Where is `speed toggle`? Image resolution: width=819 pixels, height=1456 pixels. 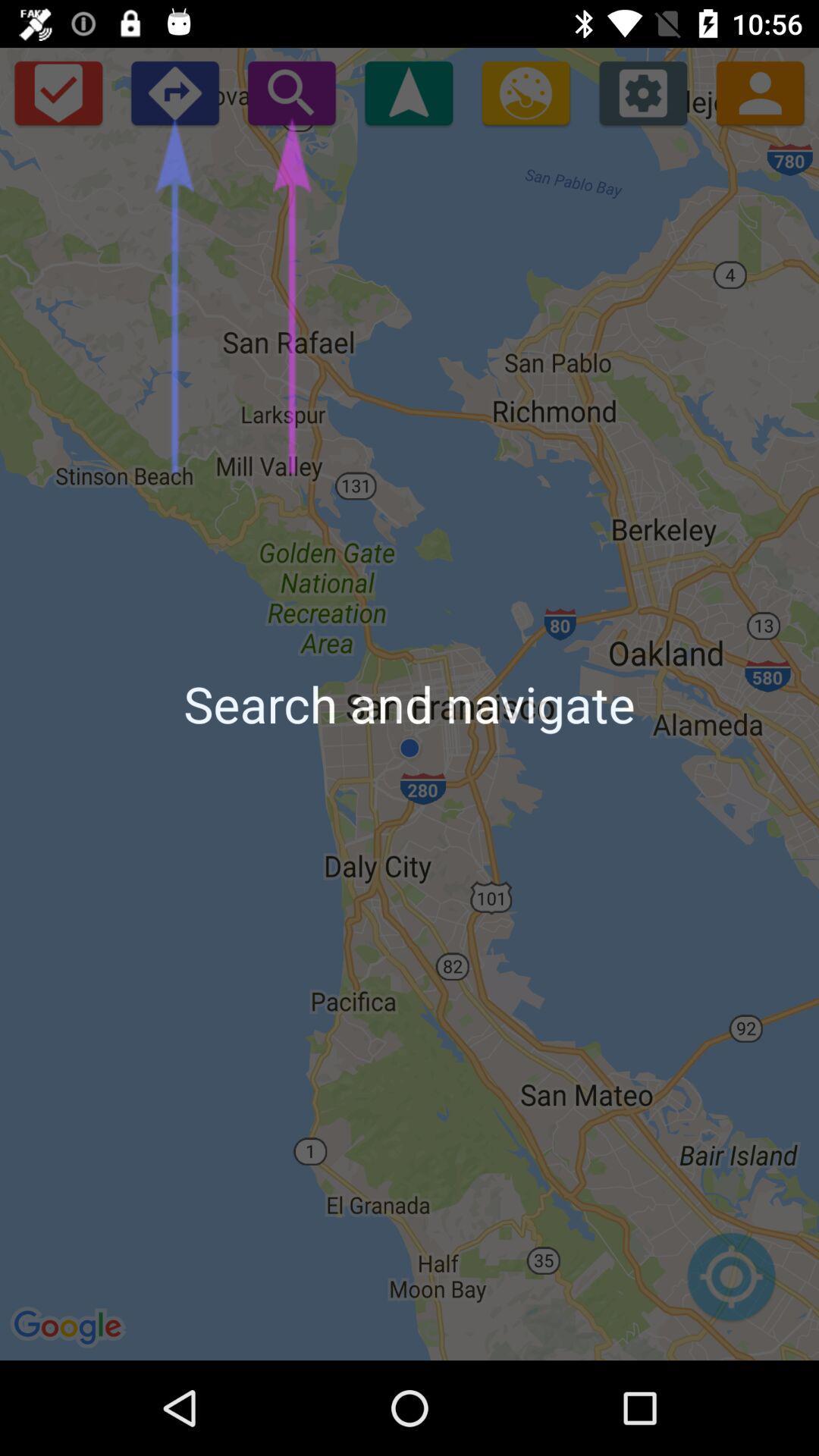
speed toggle is located at coordinates (525, 92).